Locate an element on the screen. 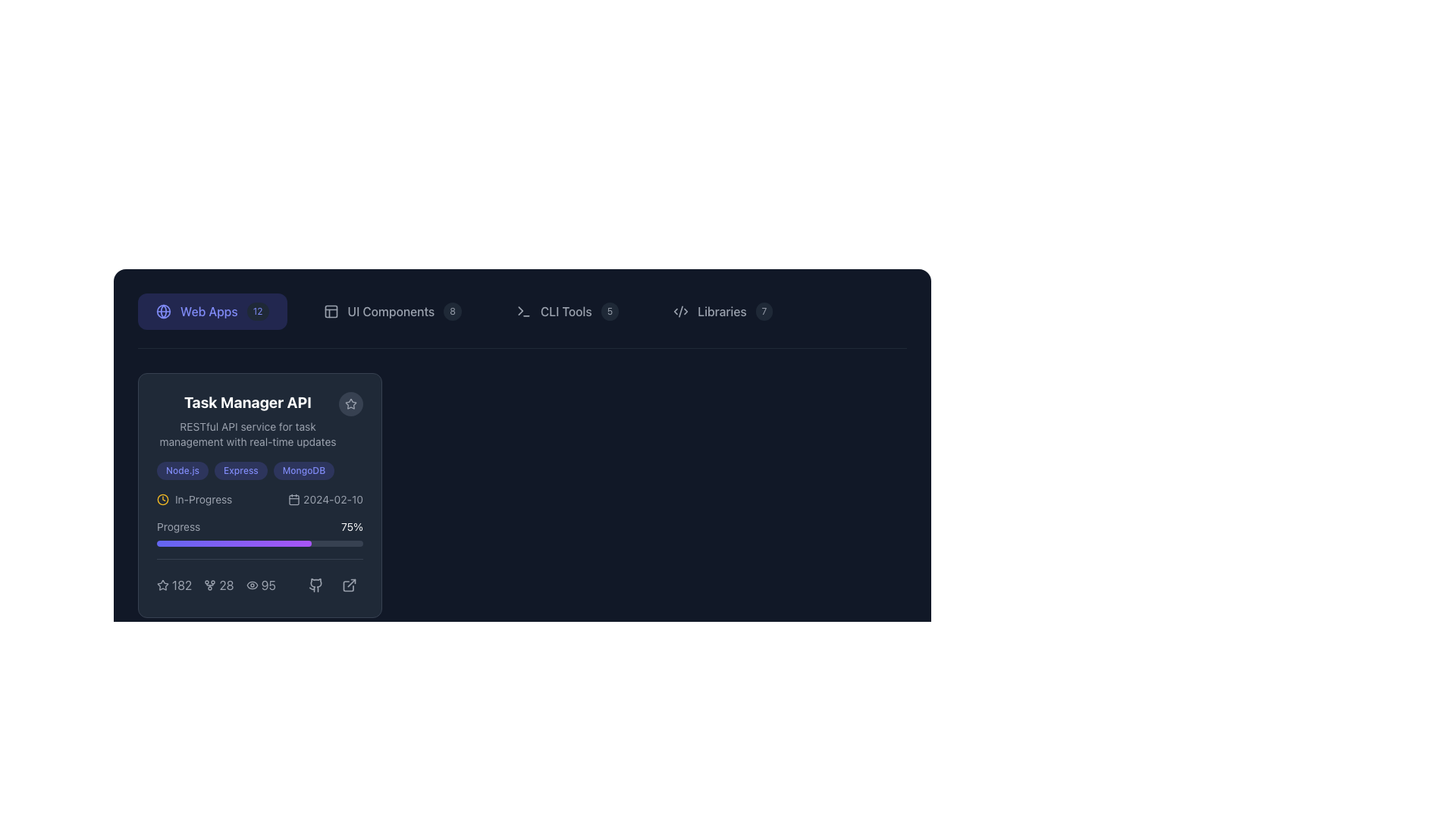  the triangular play icon located in the top-right section of the UI is located at coordinates (520, 310).